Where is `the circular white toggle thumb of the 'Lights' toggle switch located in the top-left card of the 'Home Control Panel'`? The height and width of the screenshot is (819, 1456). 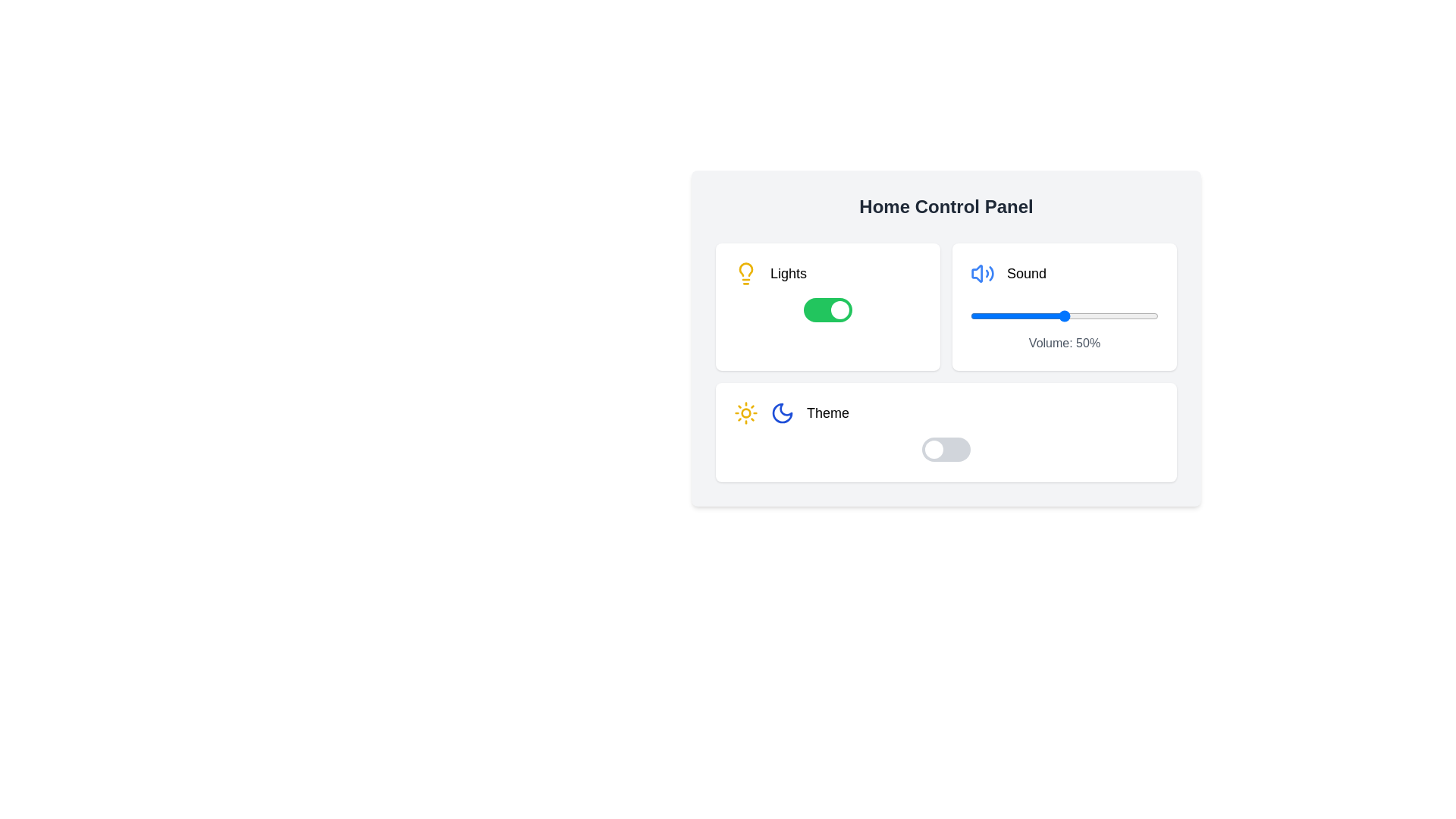
the circular white toggle thumb of the 'Lights' toggle switch located in the top-left card of the 'Home Control Panel' is located at coordinates (839, 309).